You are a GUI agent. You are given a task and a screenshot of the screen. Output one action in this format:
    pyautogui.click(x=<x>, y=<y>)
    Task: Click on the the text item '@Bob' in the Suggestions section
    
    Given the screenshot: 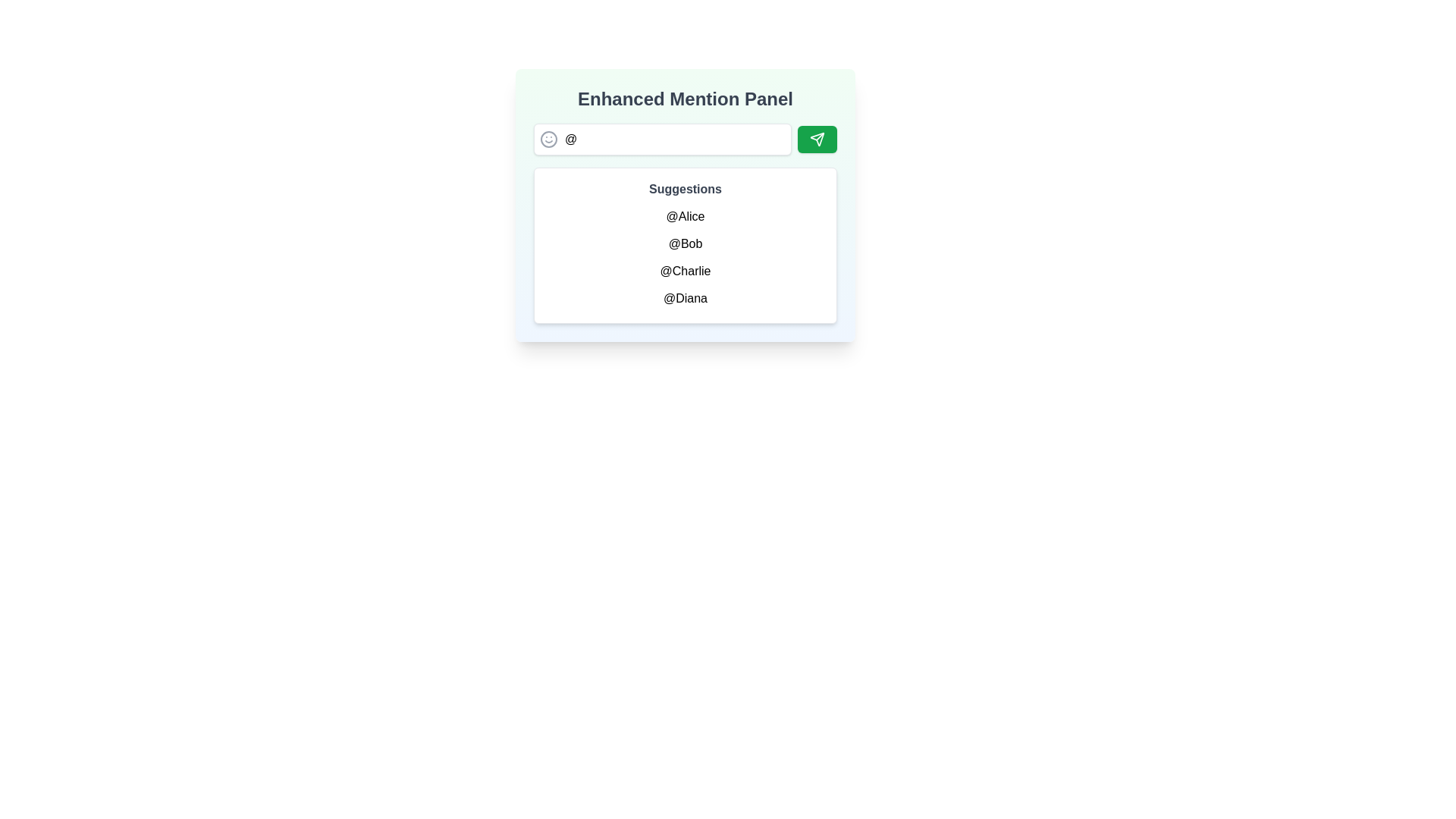 What is the action you would take?
    pyautogui.click(x=684, y=243)
    